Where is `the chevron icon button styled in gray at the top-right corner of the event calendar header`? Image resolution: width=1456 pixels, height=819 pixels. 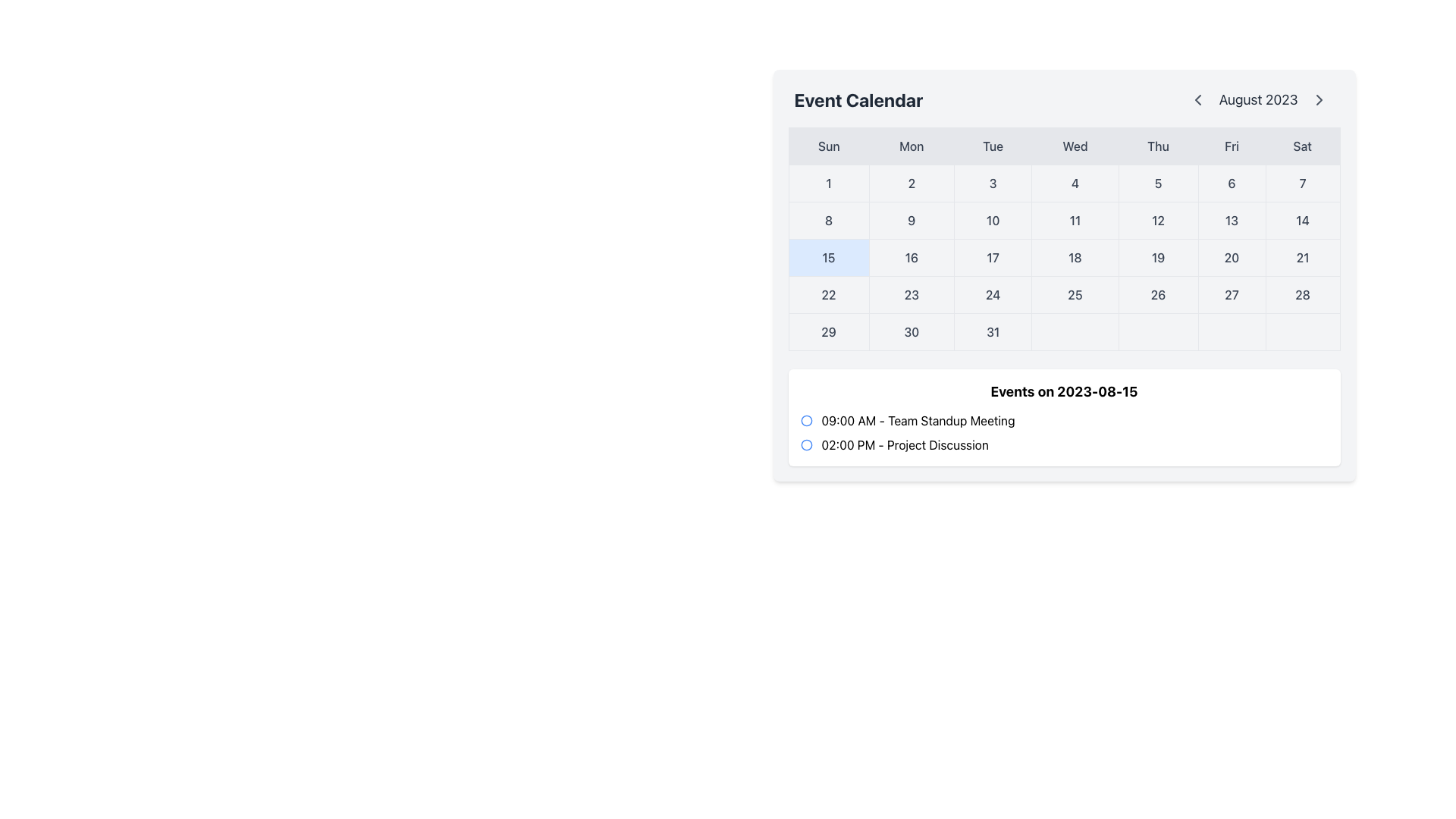 the chevron icon button styled in gray at the top-right corner of the event calendar header is located at coordinates (1318, 99).